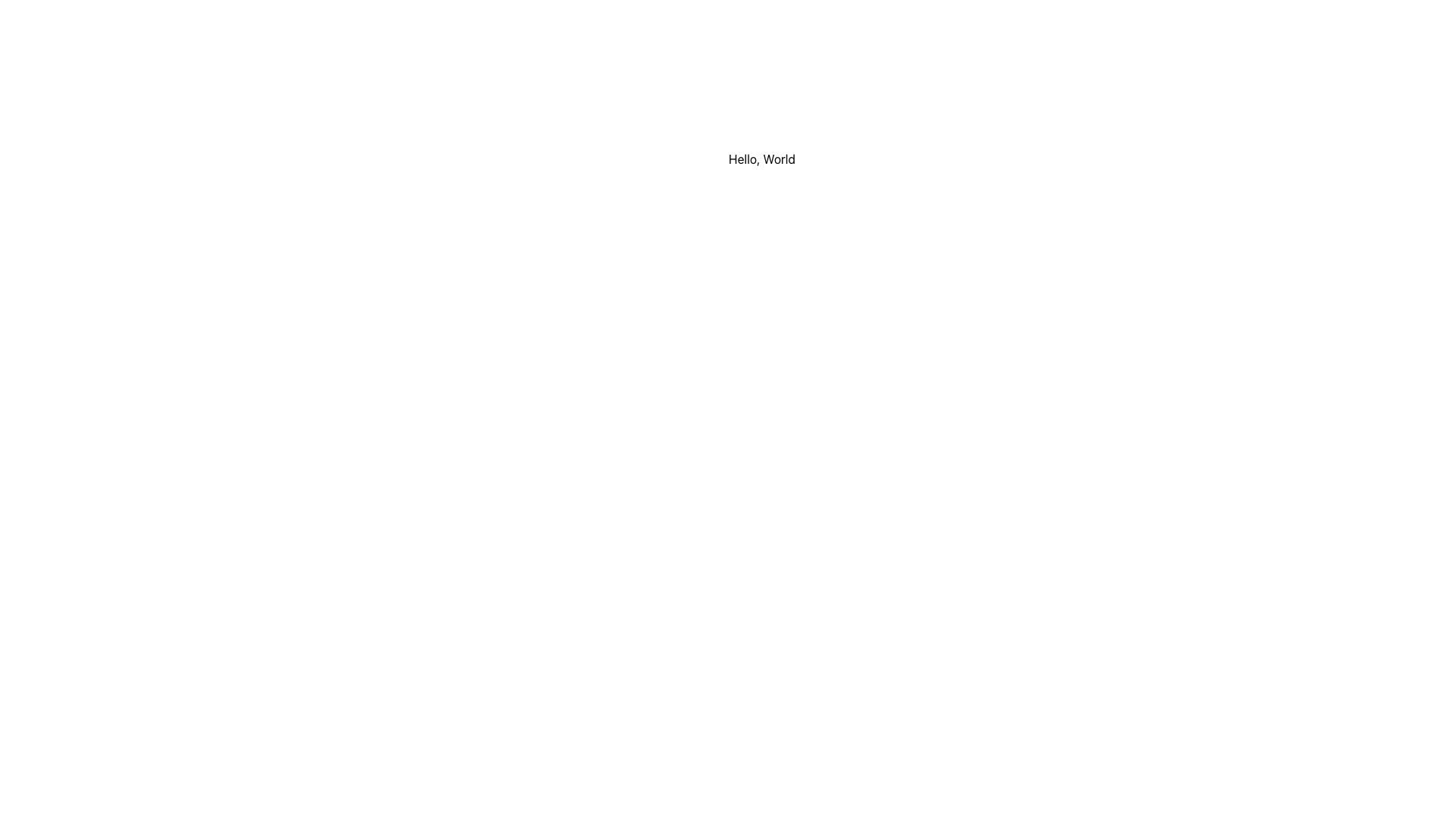 This screenshot has height=819, width=1456. What do you see at coordinates (761, 158) in the screenshot?
I see `the static text display element that presents the message 'Hello, World'` at bounding box center [761, 158].